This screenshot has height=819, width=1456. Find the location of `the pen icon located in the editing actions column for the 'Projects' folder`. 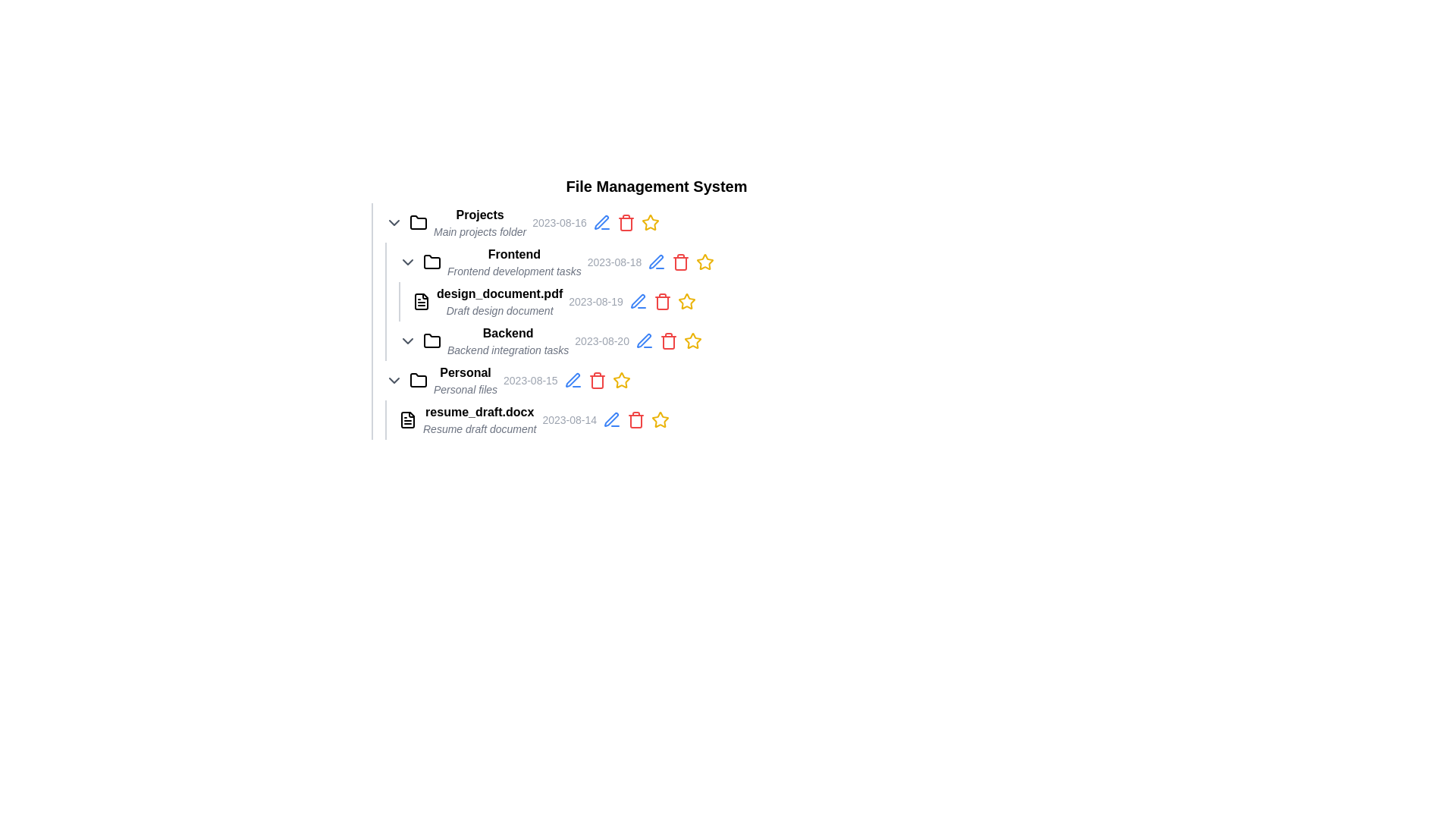

the pen icon located in the editing actions column for the 'Projects' folder is located at coordinates (601, 222).